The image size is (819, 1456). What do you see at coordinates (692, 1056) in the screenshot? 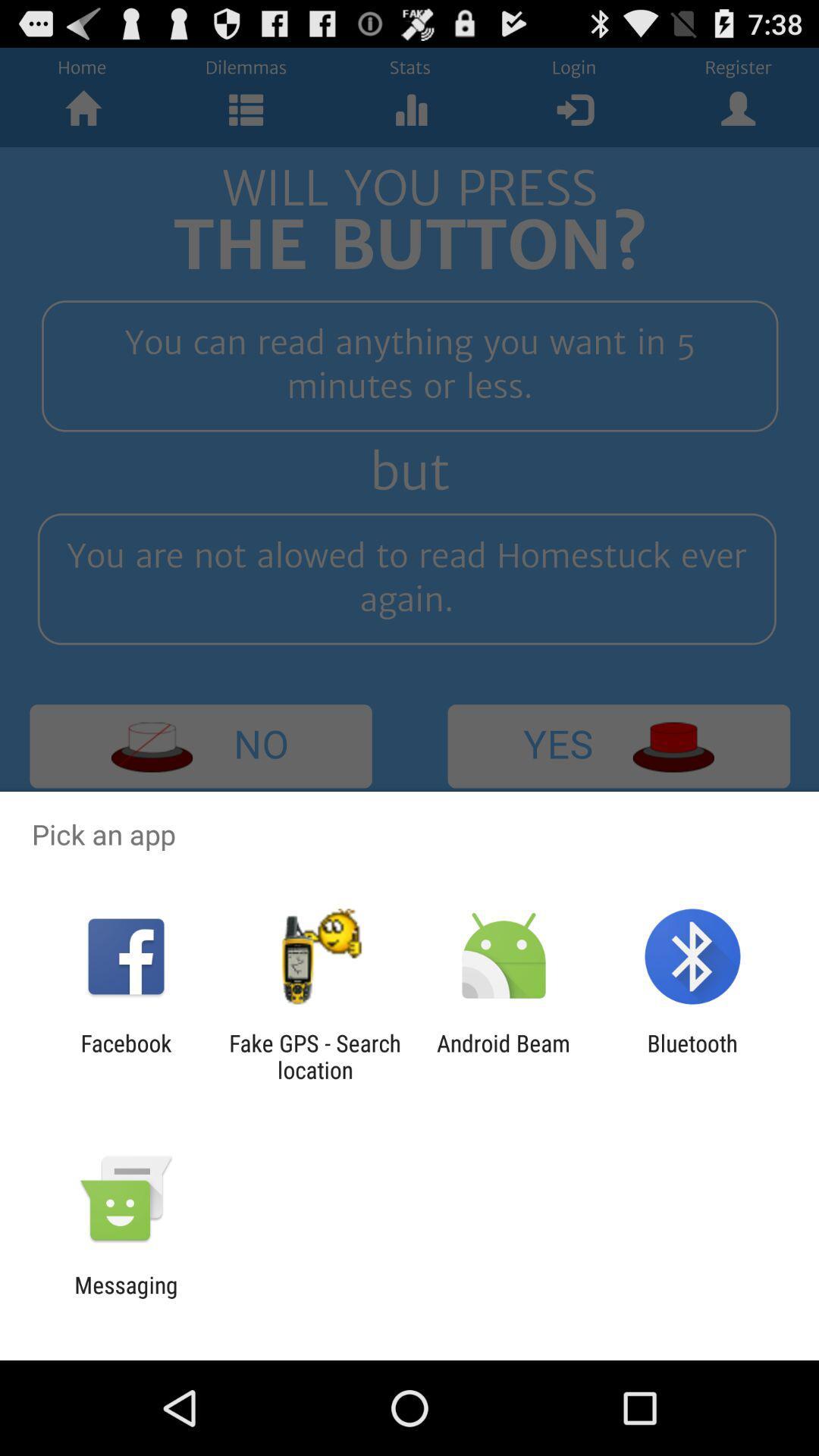
I see `bluetooth icon` at bounding box center [692, 1056].